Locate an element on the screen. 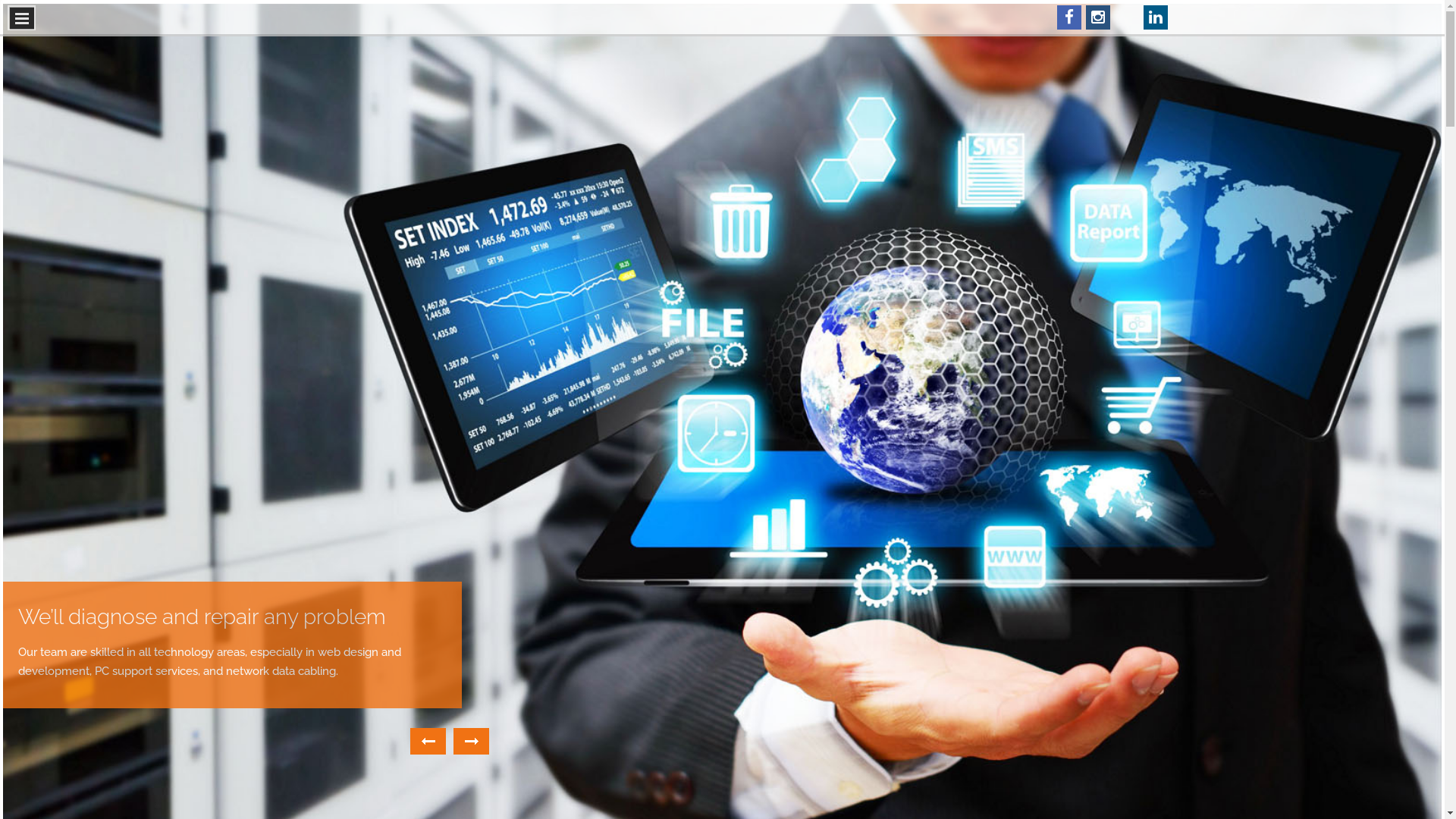  'In2 Computers, Offer Remote & Onsite Support,' is located at coordinates (200, 625).